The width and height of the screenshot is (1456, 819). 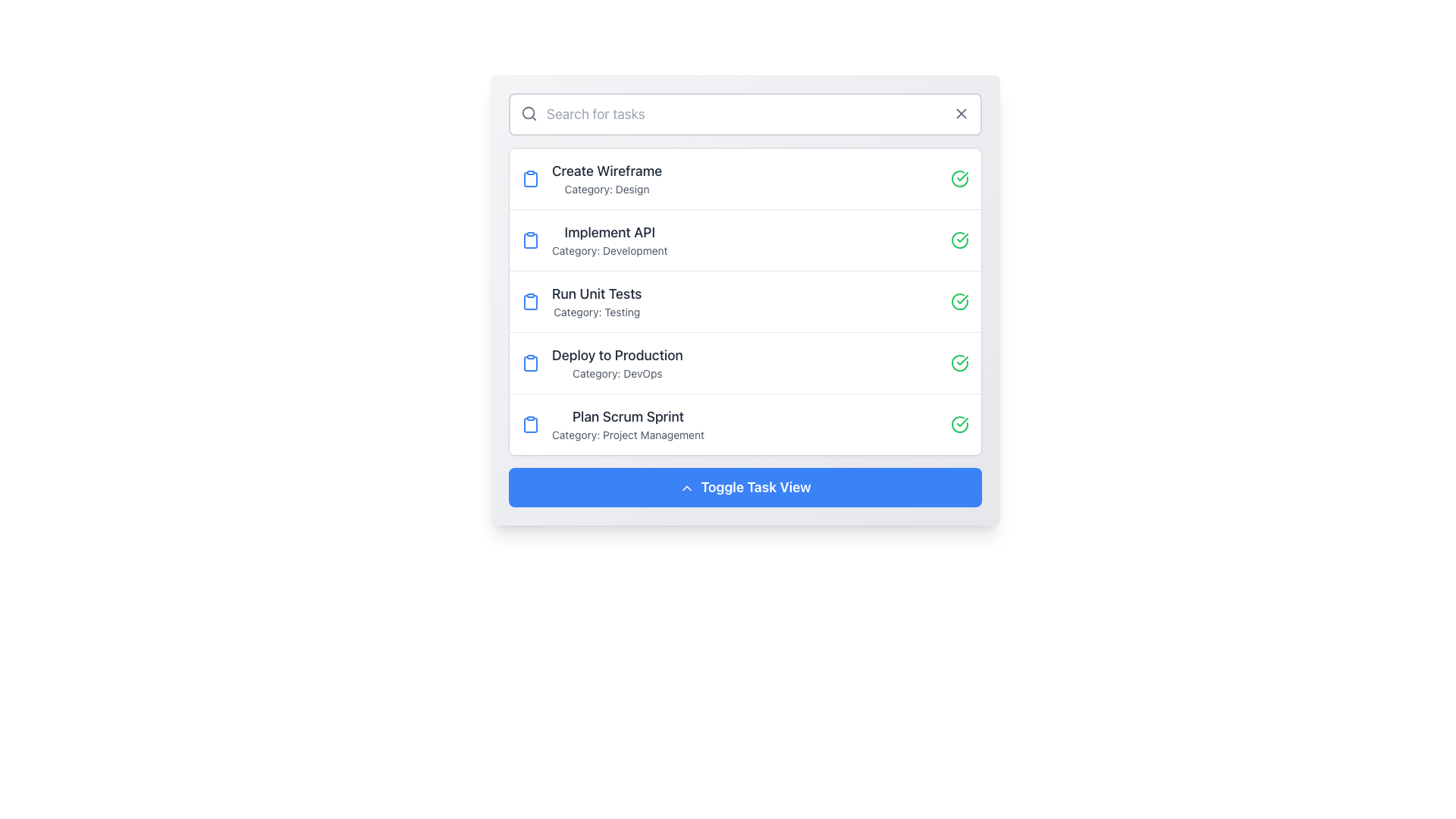 What do you see at coordinates (745, 177) in the screenshot?
I see `the task item titled 'Create Wireframe' in the task list, which is the first row in the list categorized under 'Design'` at bounding box center [745, 177].